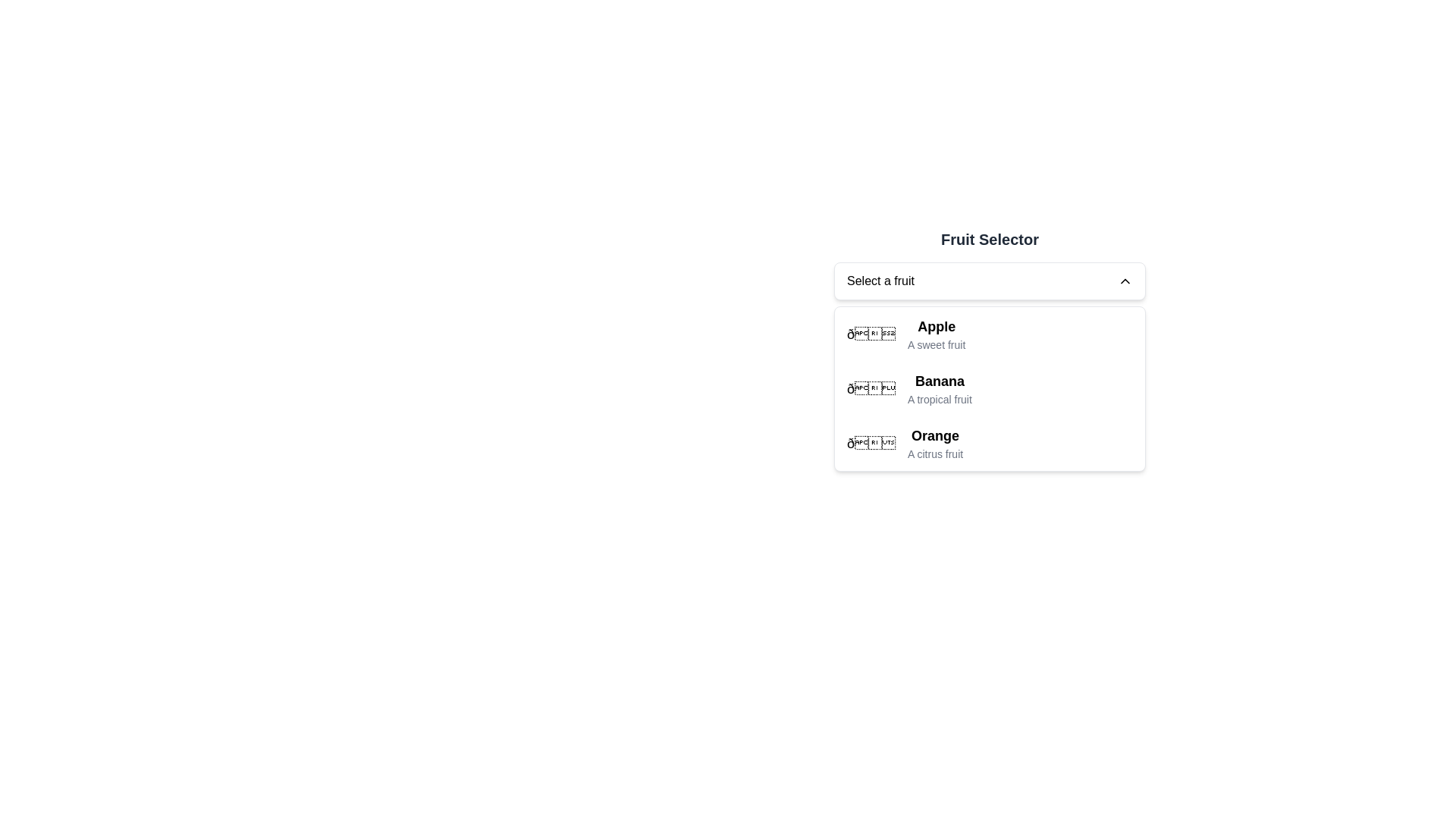 This screenshot has height=819, width=1456. What do you see at coordinates (877, 388) in the screenshot?
I see `the icon associated with the 'Banana' list item in the fruit selector drop-down` at bounding box center [877, 388].